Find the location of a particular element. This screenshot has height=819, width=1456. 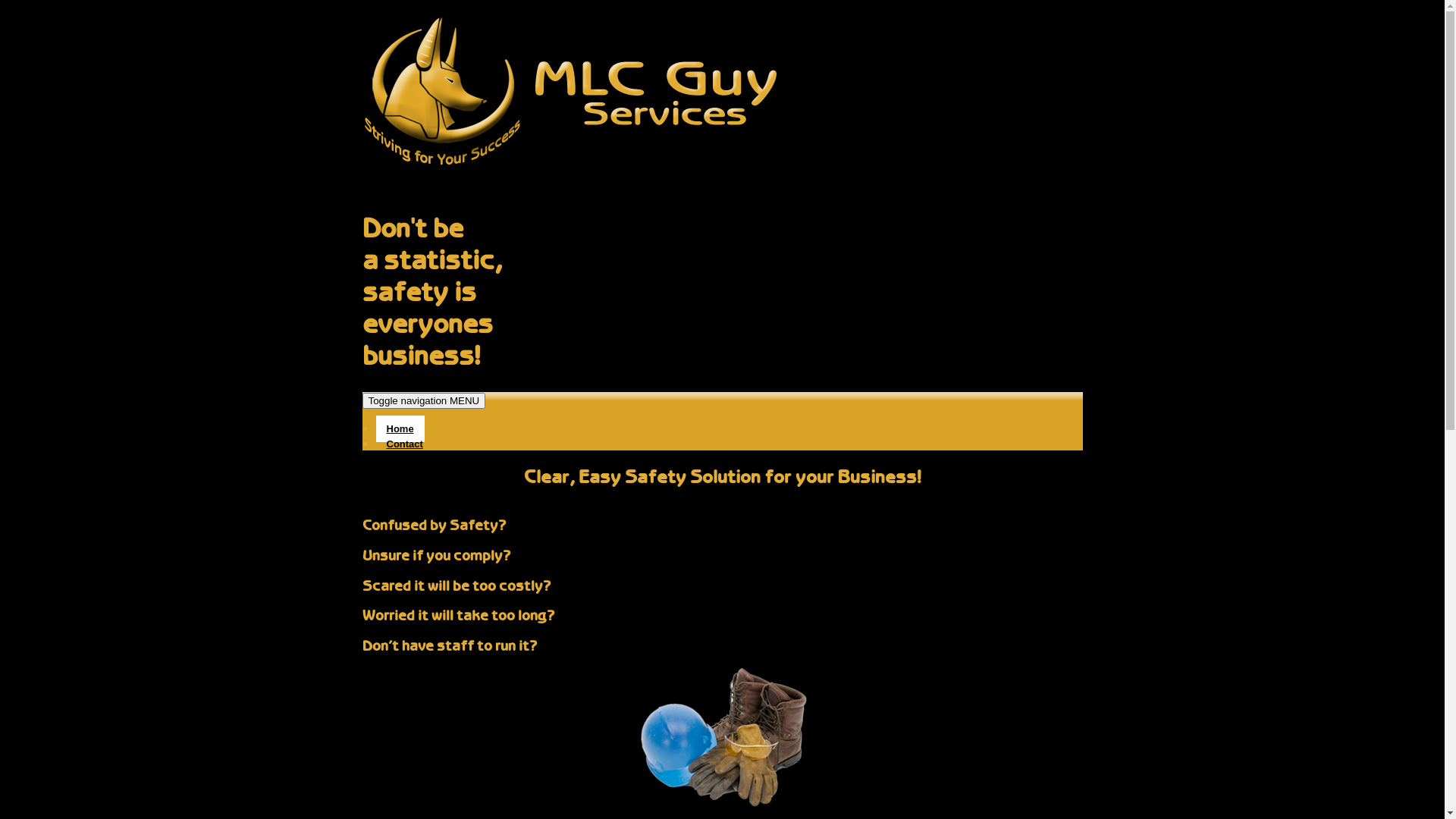

'Contact' is located at coordinates (404, 444).